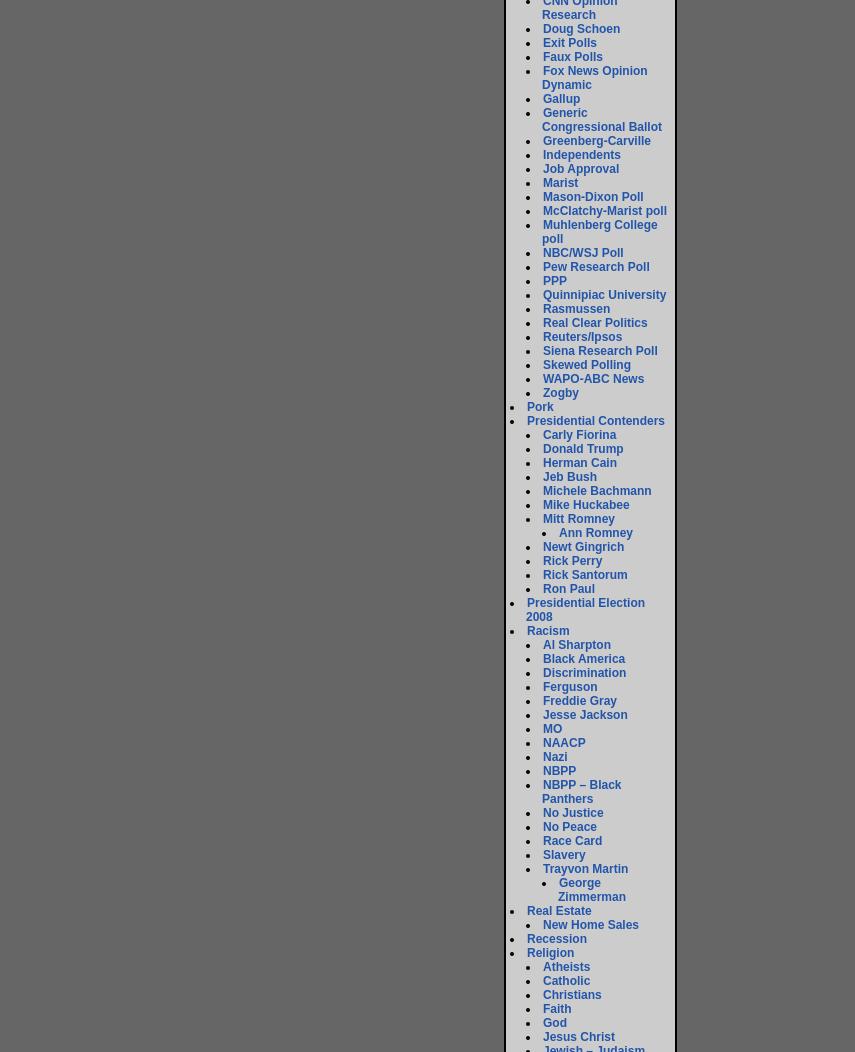  I want to click on 'Presidential Election 2008', so click(584, 608).